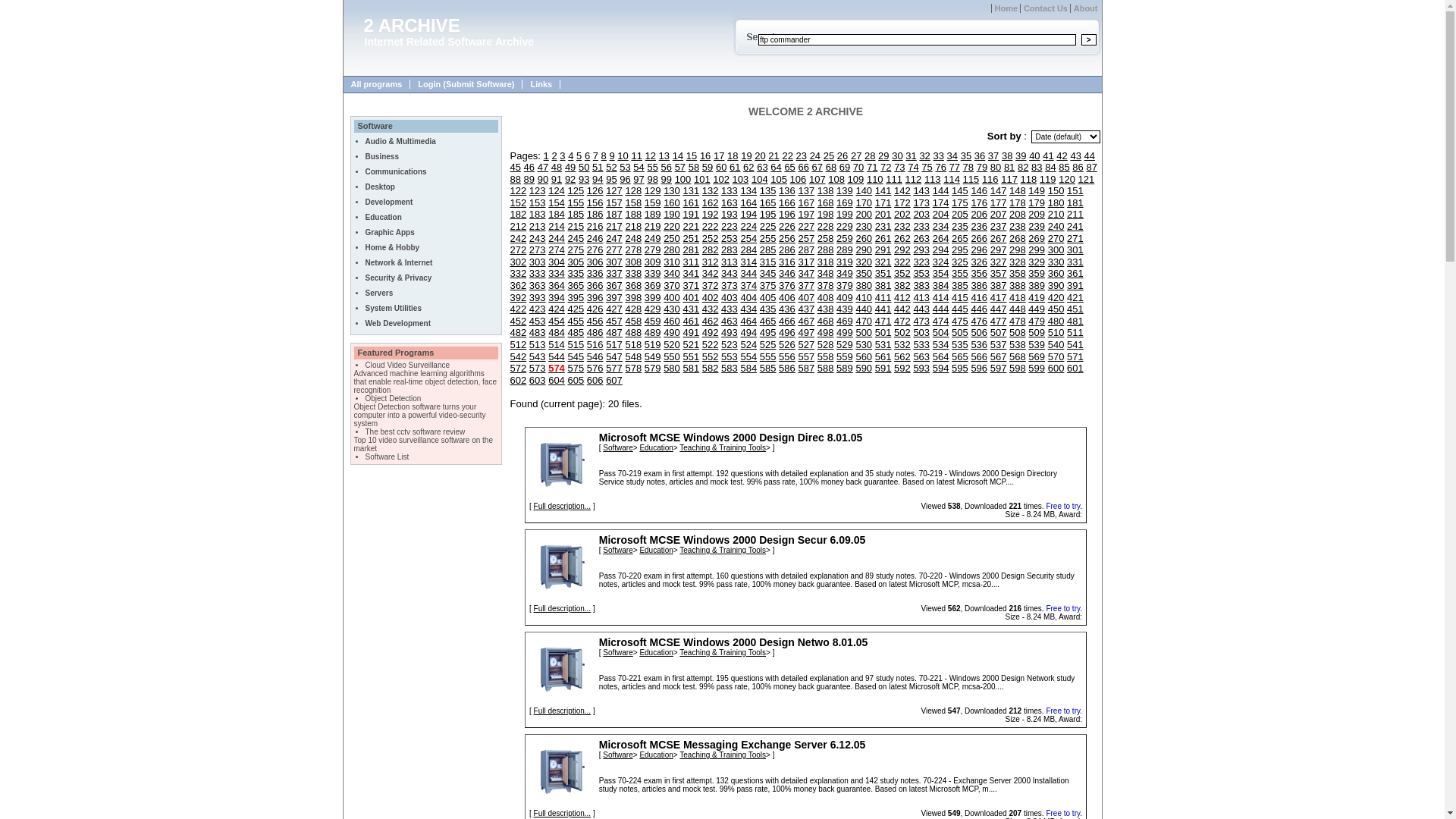 This screenshot has width=1456, height=819. Describe the element at coordinates (836, 190) in the screenshot. I see `'139'` at that location.